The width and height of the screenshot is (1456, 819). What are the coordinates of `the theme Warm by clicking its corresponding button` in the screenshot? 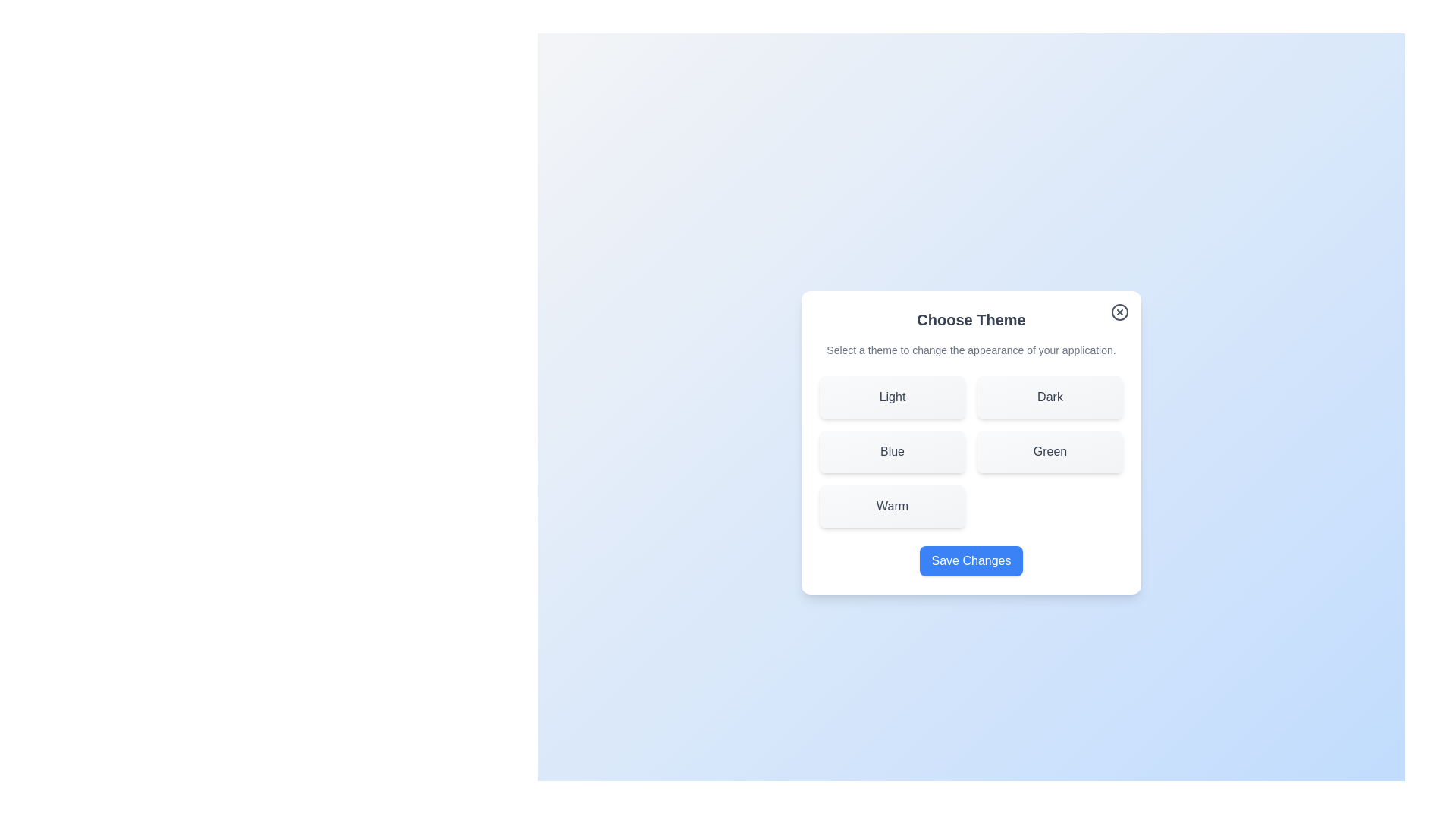 It's located at (892, 506).